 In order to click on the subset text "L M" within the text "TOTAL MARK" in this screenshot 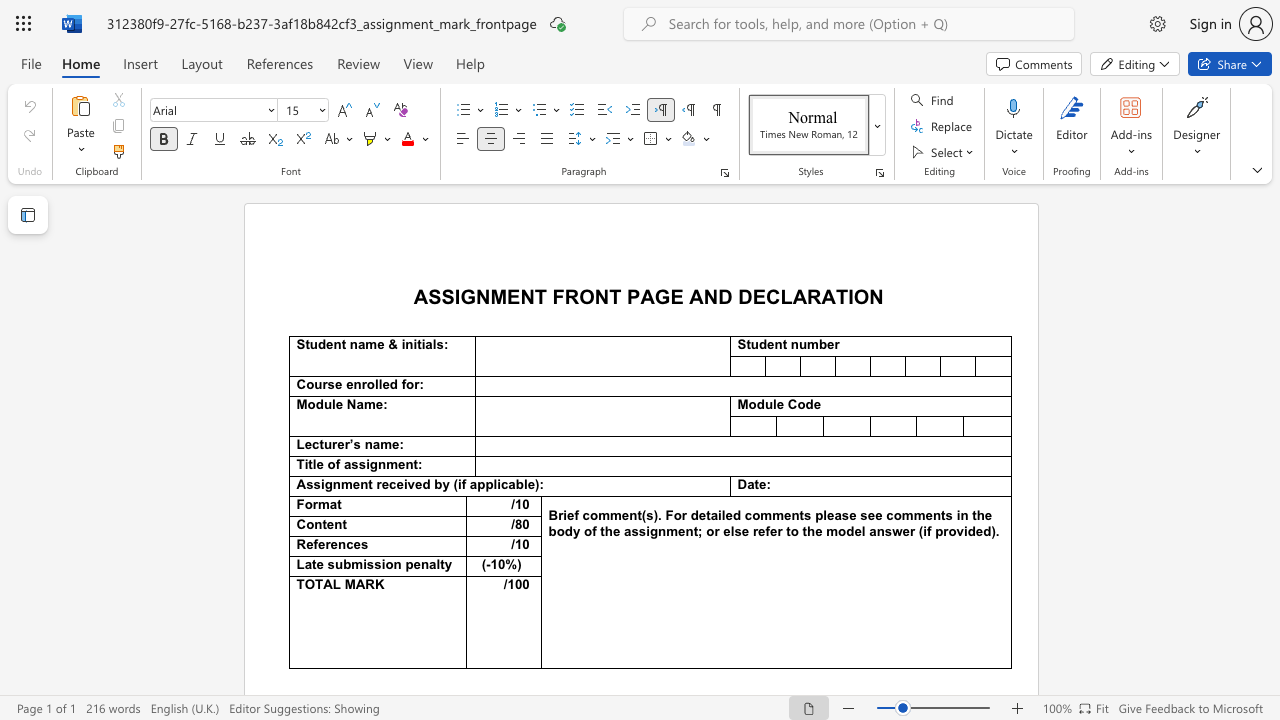, I will do `click(332, 585)`.